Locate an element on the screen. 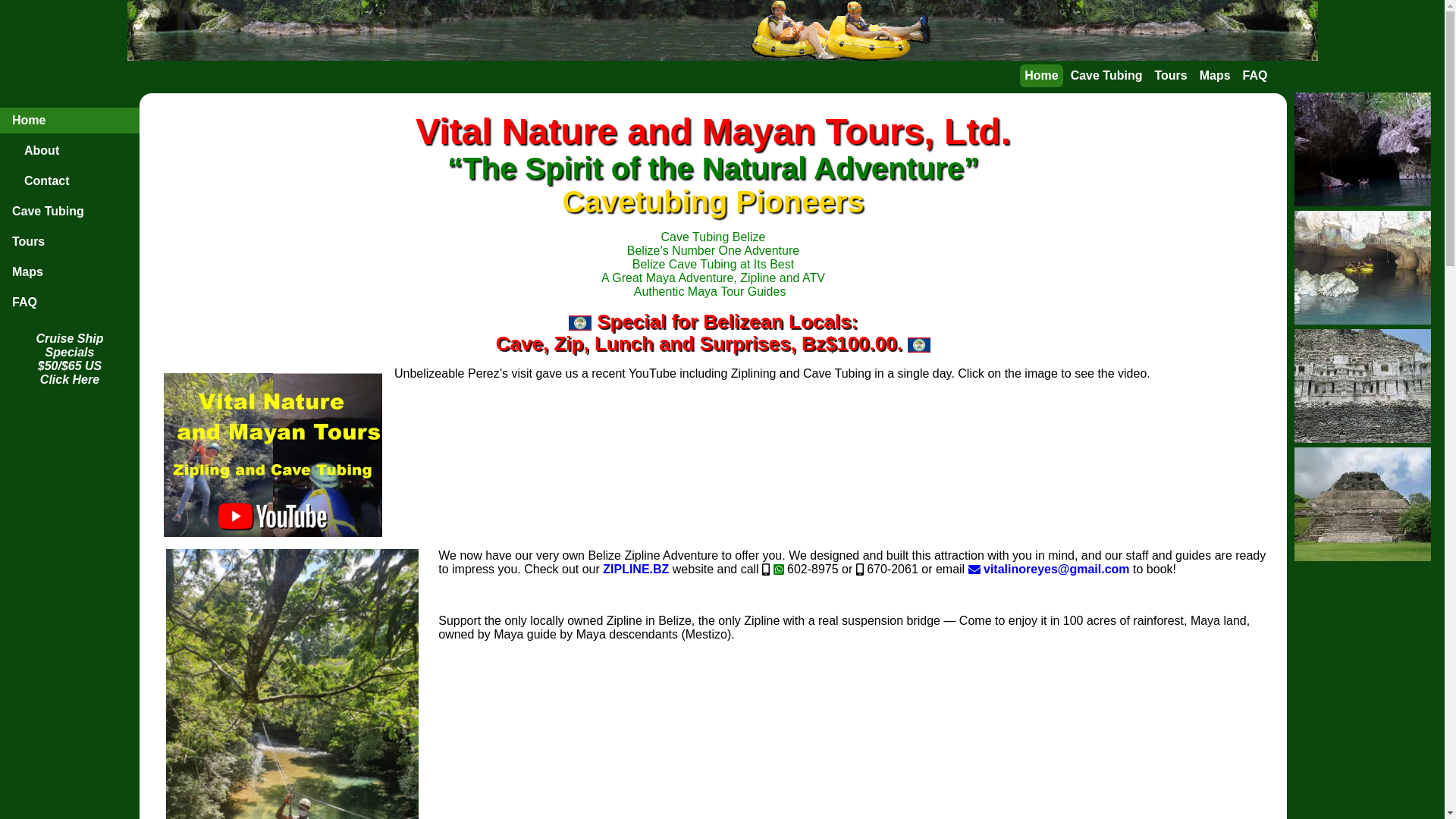  'Contact' is located at coordinates (68, 180).